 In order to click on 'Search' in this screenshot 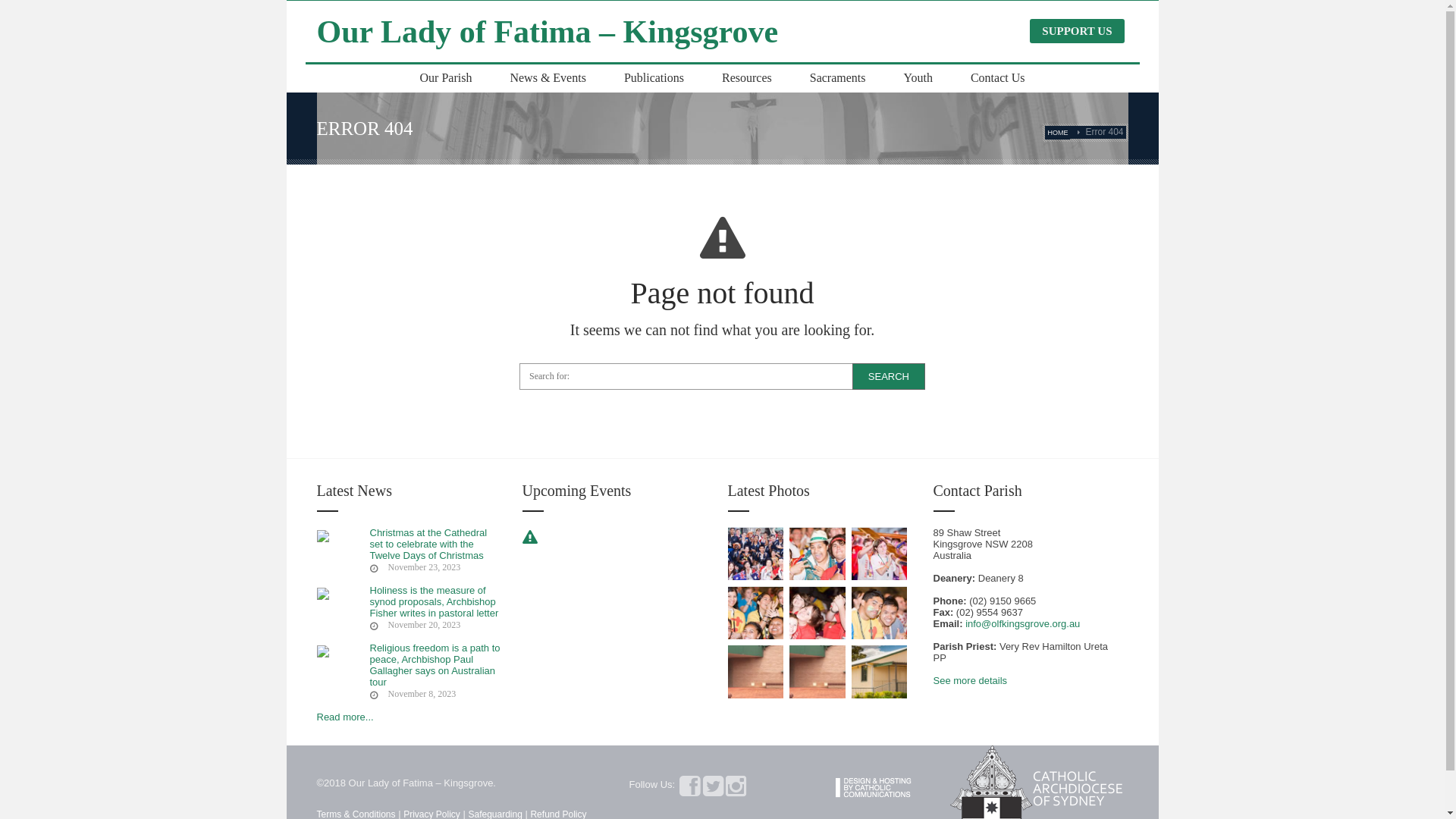, I will do `click(888, 375)`.